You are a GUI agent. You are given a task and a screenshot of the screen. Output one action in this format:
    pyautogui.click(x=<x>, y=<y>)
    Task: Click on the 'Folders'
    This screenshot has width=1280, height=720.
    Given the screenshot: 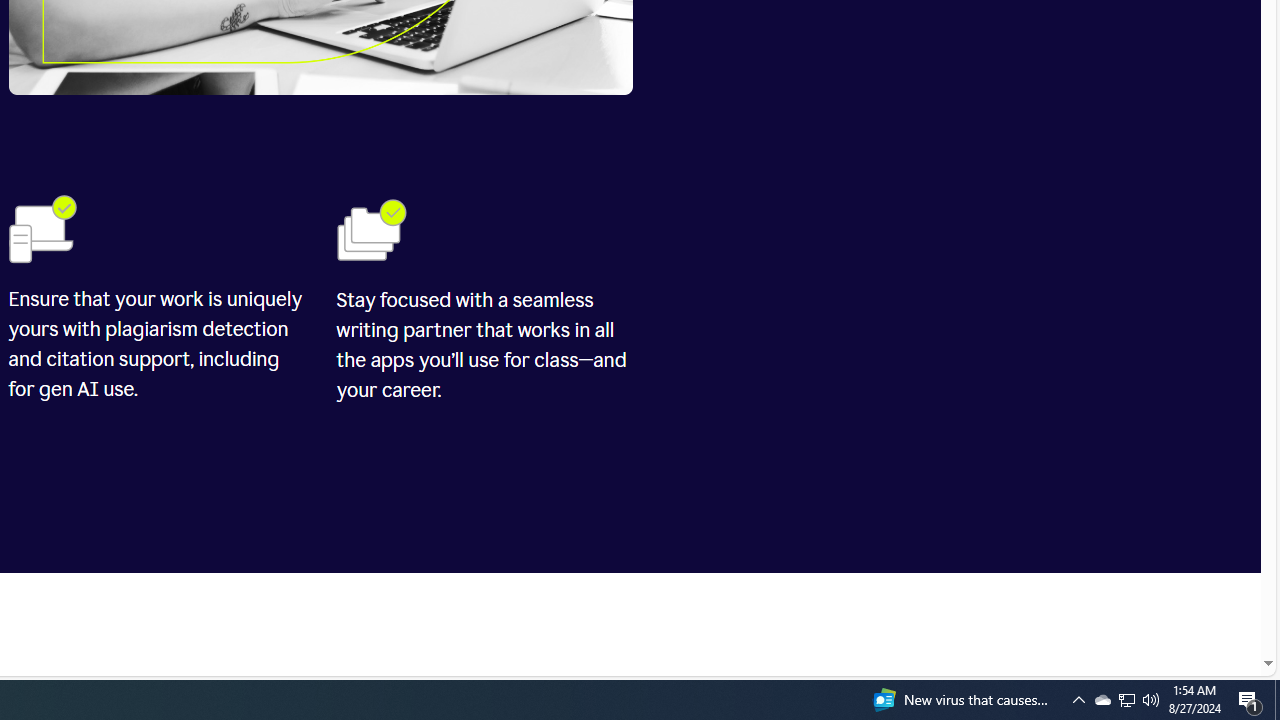 What is the action you would take?
    pyautogui.click(x=371, y=228)
    